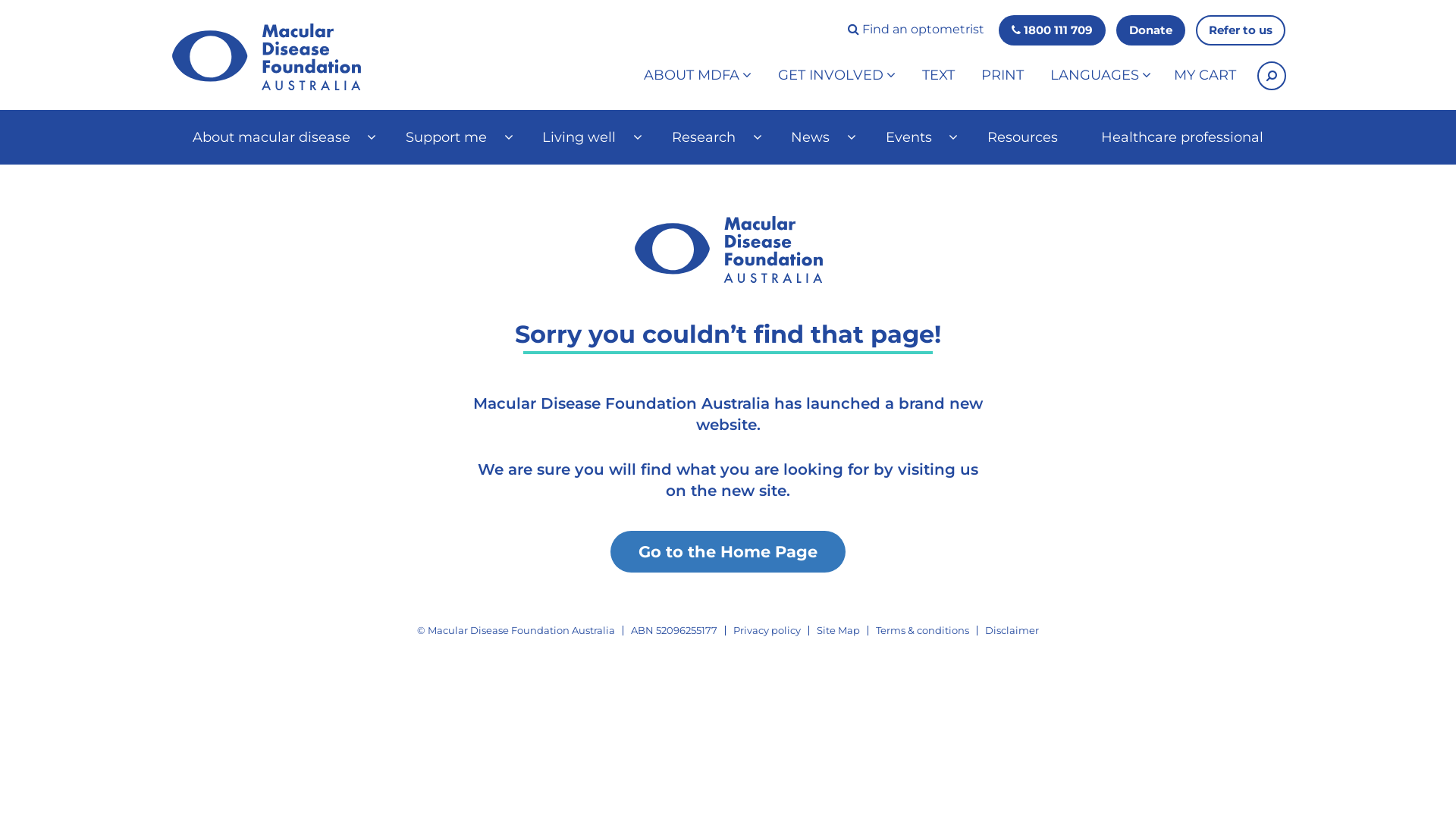  Describe the element at coordinates (964, 137) in the screenshot. I see `'Resources'` at that location.